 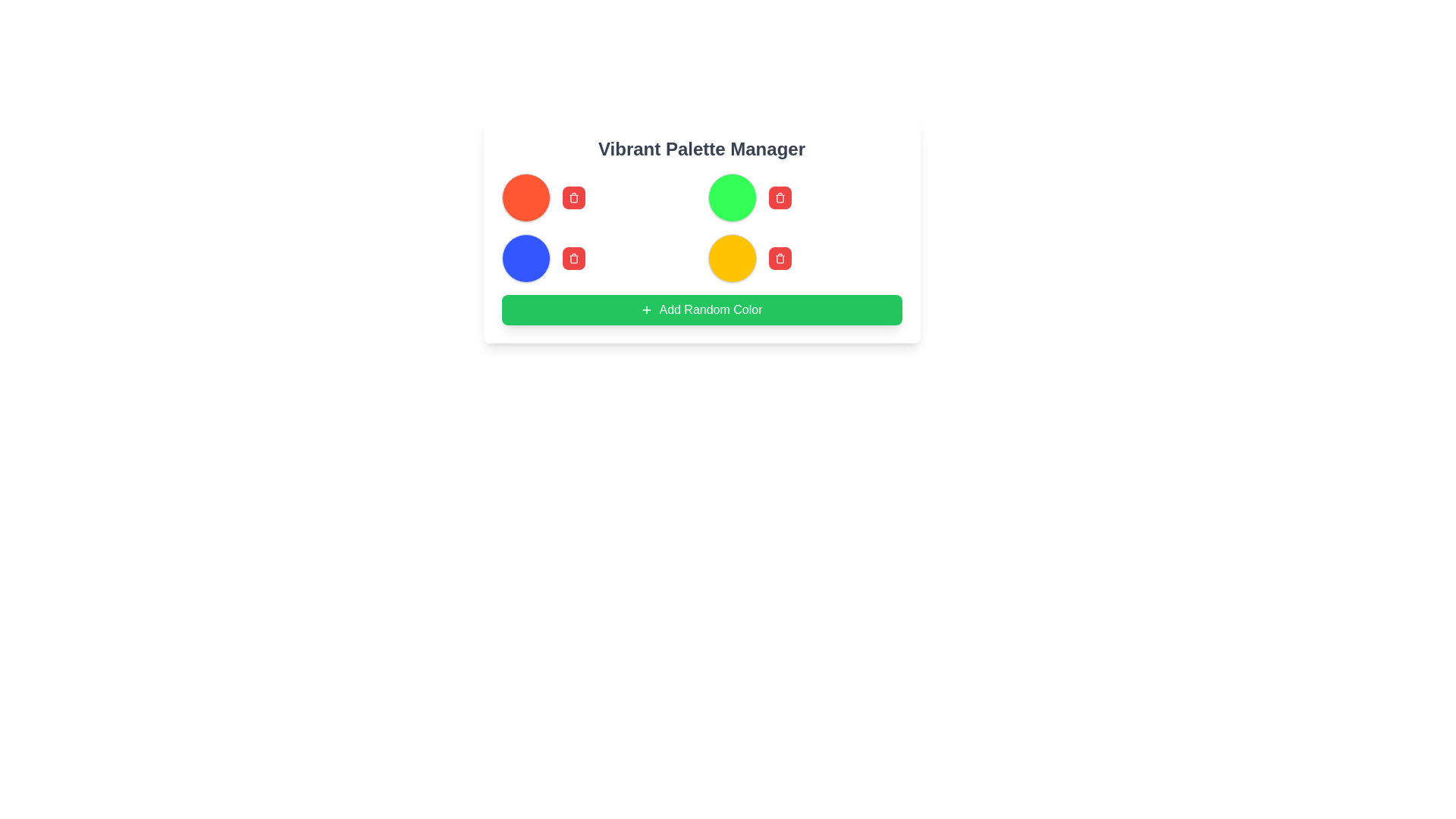 What do you see at coordinates (732, 197) in the screenshot?
I see `the second circular UI widget in the color palette, which serves as a color display or selector` at bounding box center [732, 197].